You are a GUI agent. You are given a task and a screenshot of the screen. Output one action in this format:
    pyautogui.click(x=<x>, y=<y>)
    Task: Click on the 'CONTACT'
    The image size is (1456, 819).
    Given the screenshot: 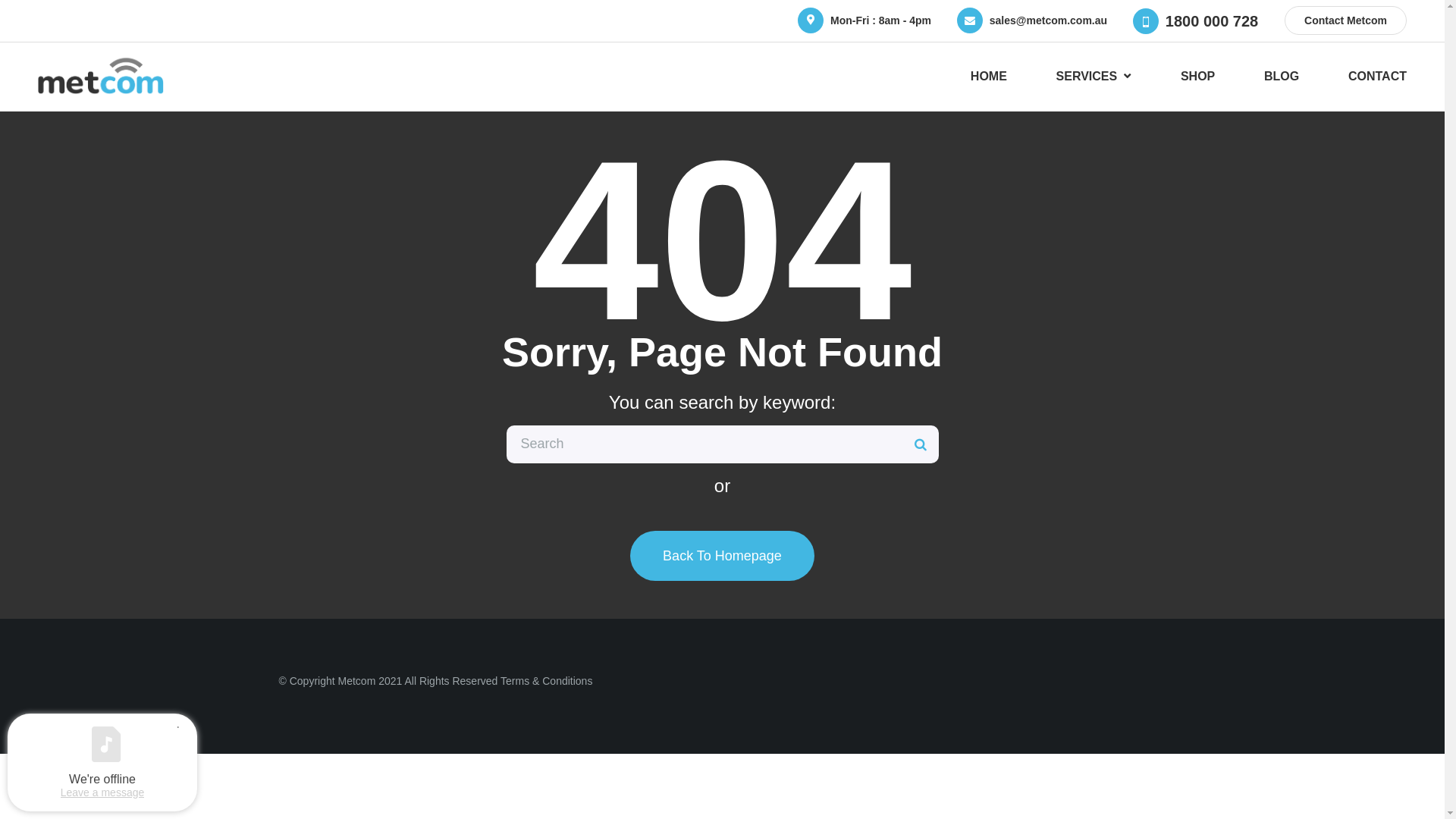 What is the action you would take?
    pyautogui.click(x=1377, y=76)
    